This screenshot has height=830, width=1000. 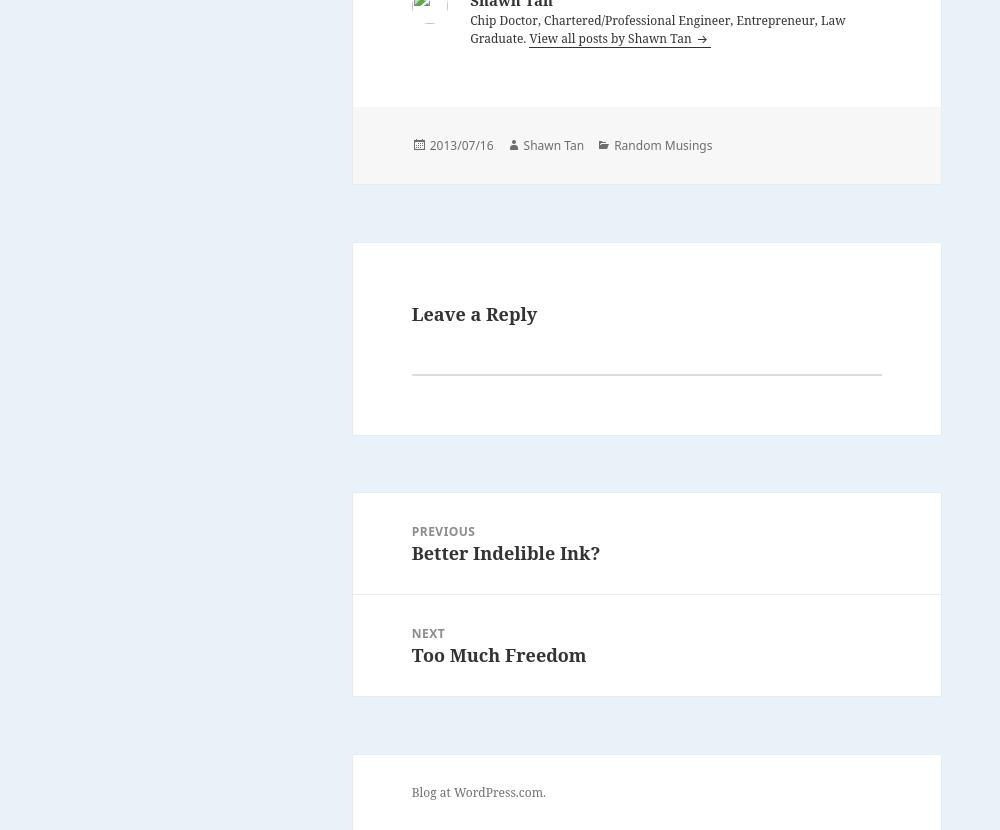 What do you see at coordinates (663, 143) in the screenshot?
I see `'Random Musings'` at bounding box center [663, 143].